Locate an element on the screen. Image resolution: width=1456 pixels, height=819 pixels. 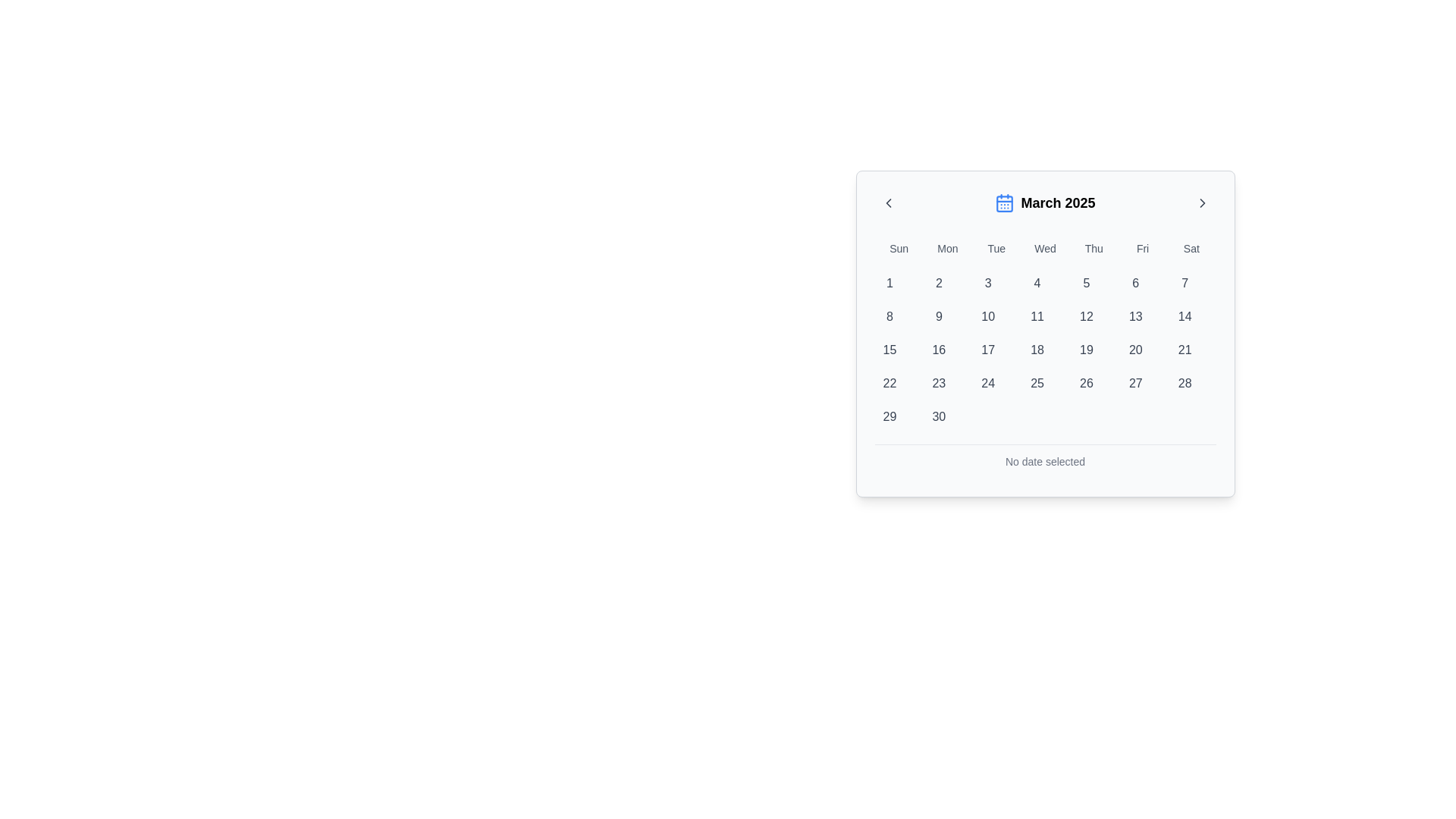
the circular button containing the number '17' in dark gray color, located in the third row and third column of the grid calendar for March 2025, beneath the weekday header 'Tue' is located at coordinates (988, 350).